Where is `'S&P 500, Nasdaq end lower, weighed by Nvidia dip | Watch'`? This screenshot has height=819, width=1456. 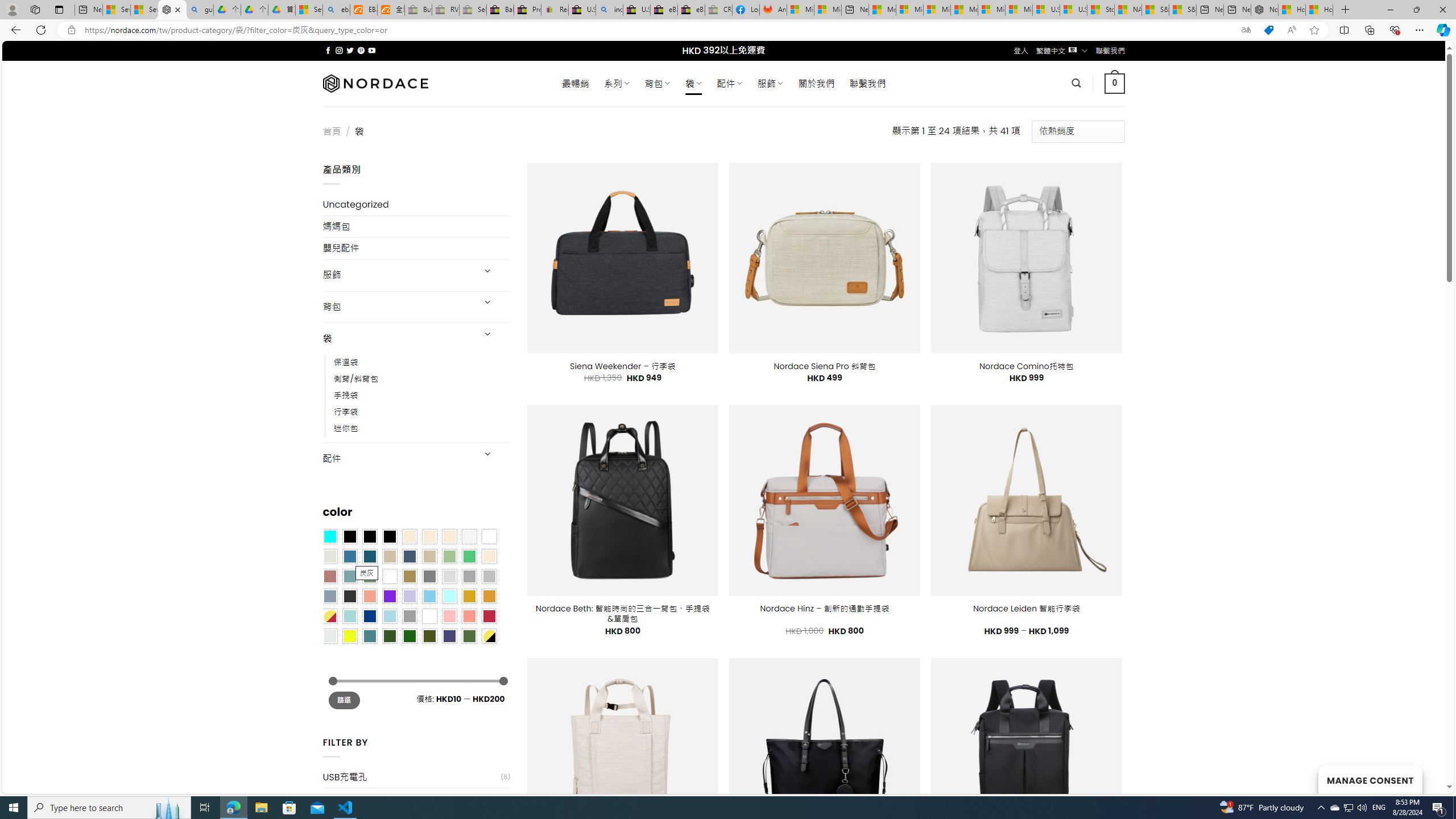 'S&P 500, Nasdaq end lower, weighed by Nvidia dip | Watch' is located at coordinates (1182, 9).